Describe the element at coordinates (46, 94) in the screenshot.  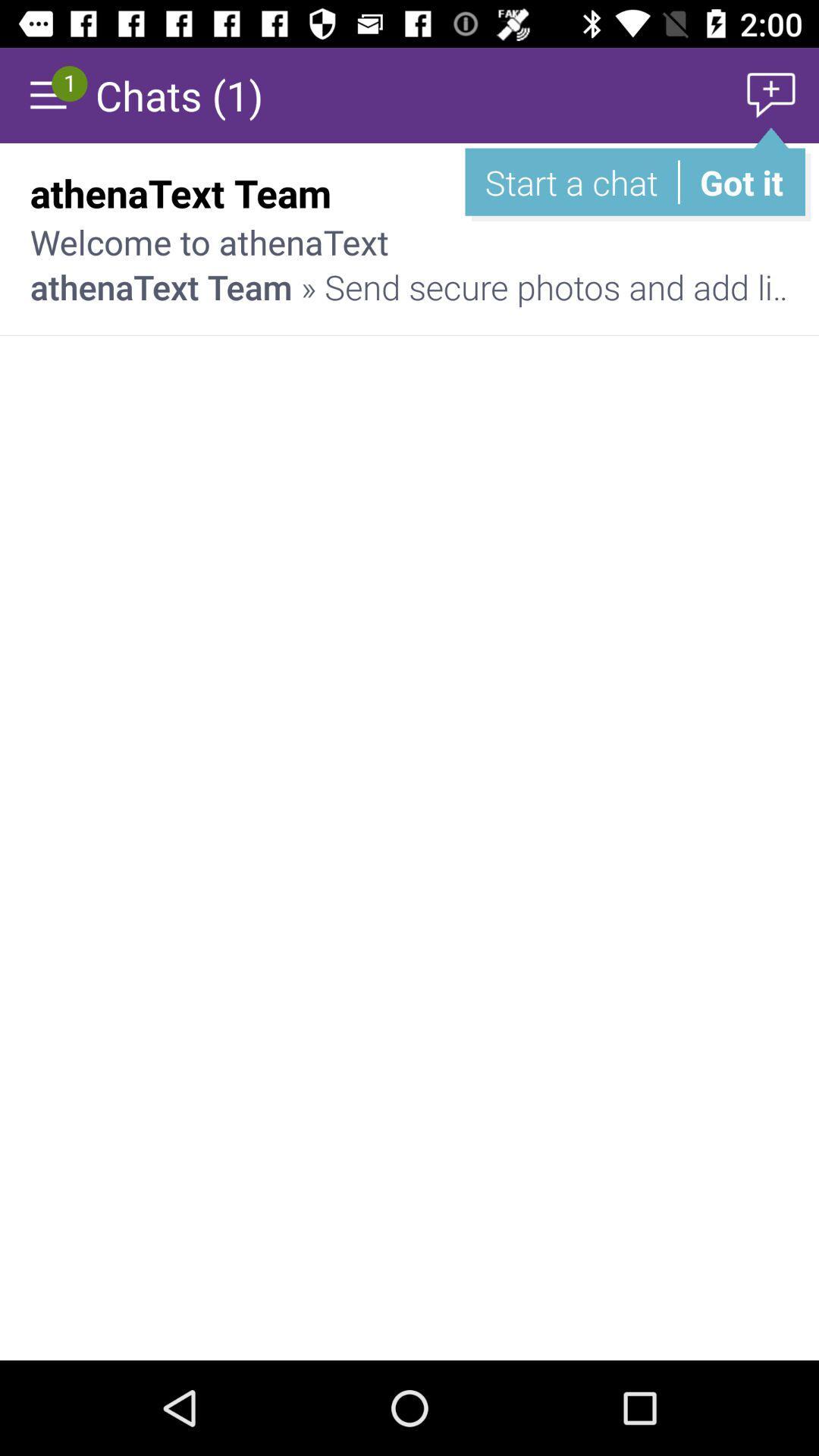
I see `display menu options` at that location.